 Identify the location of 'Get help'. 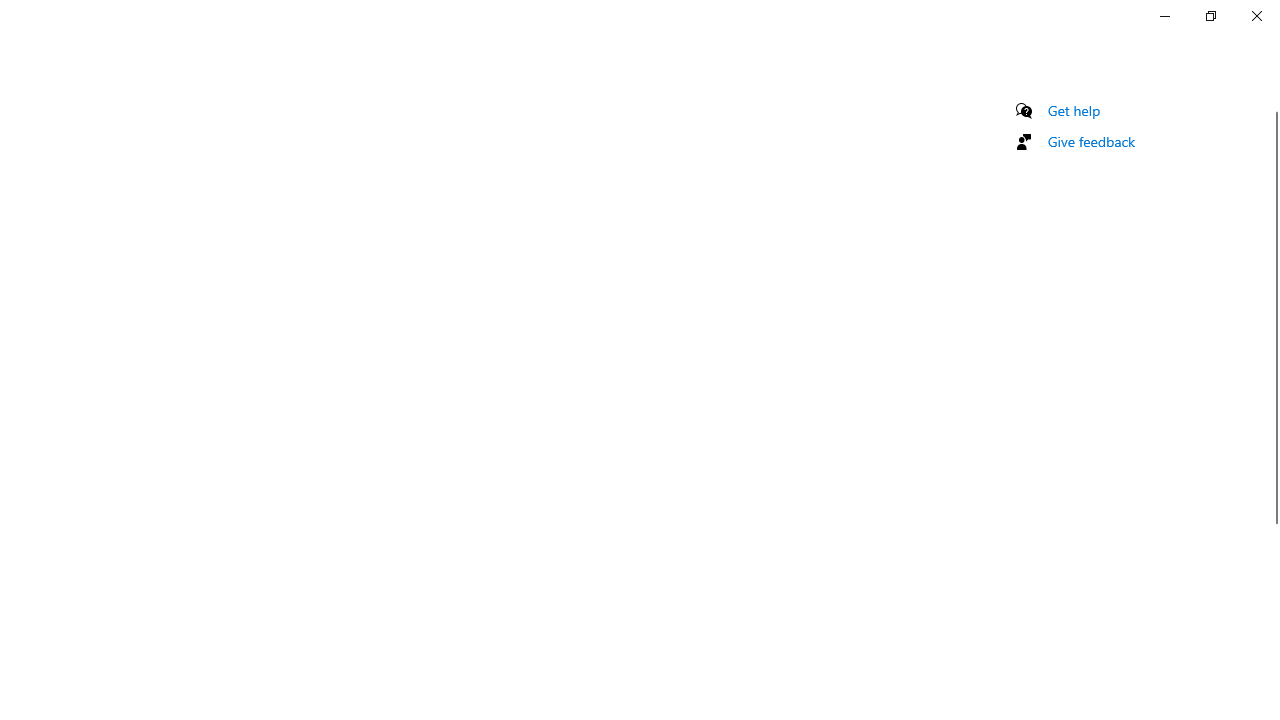
(1073, 110).